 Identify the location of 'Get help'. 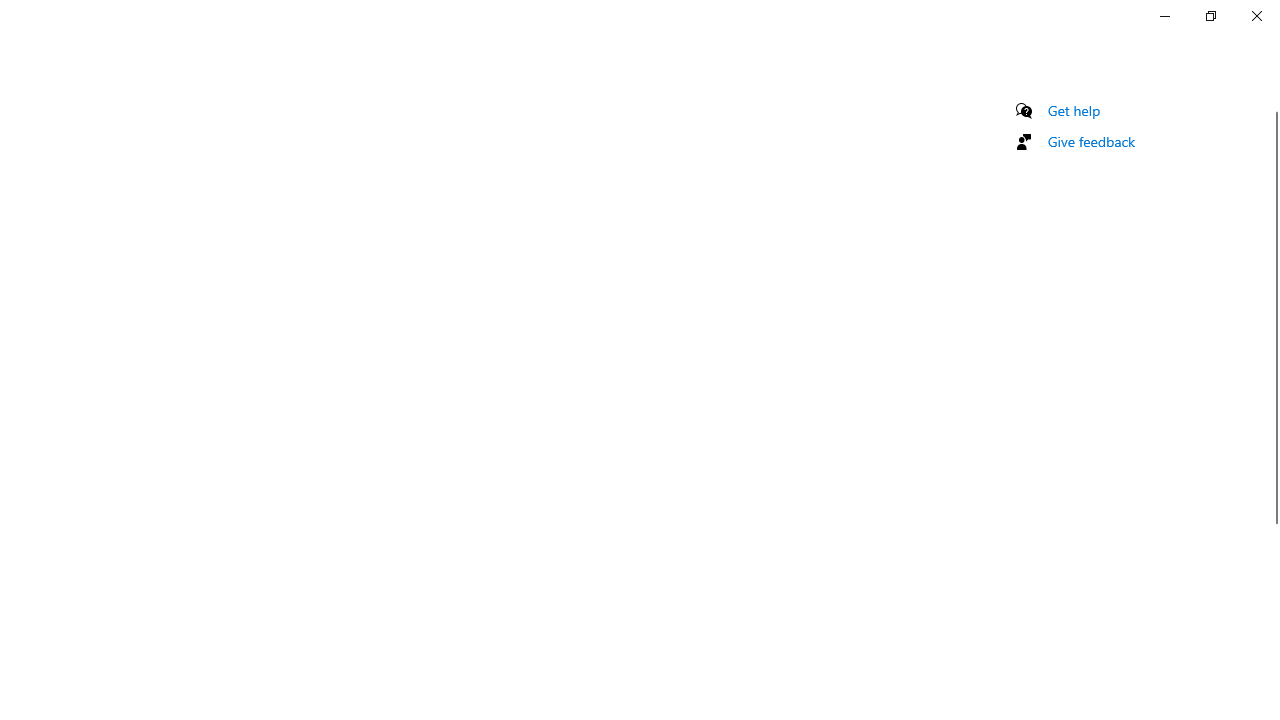
(1073, 110).